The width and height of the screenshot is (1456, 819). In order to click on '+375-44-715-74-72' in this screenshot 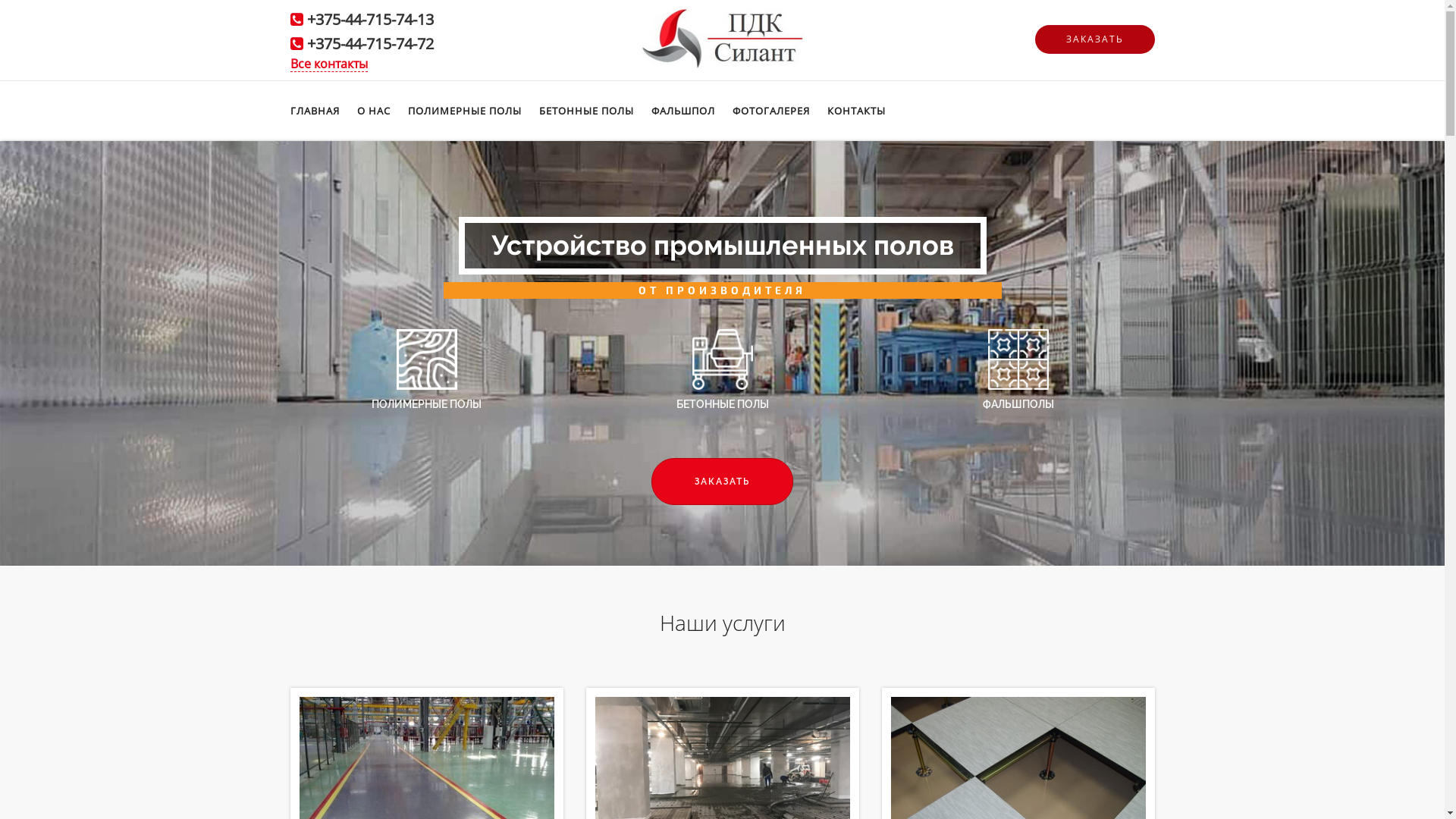, I will do `click(369, 42)`.